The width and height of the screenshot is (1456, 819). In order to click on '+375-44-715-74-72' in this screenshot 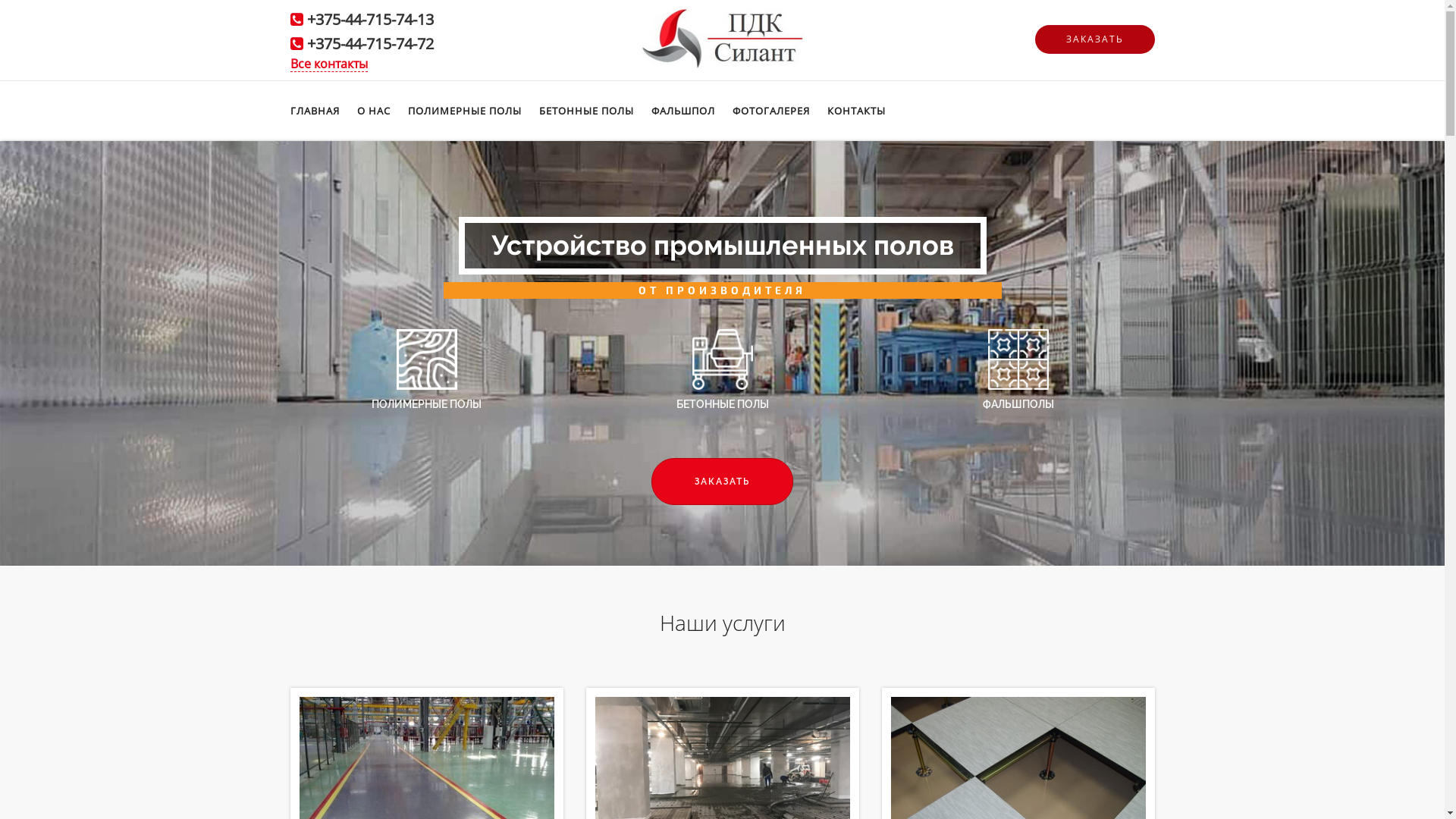, I will do `click(369, 42)`.